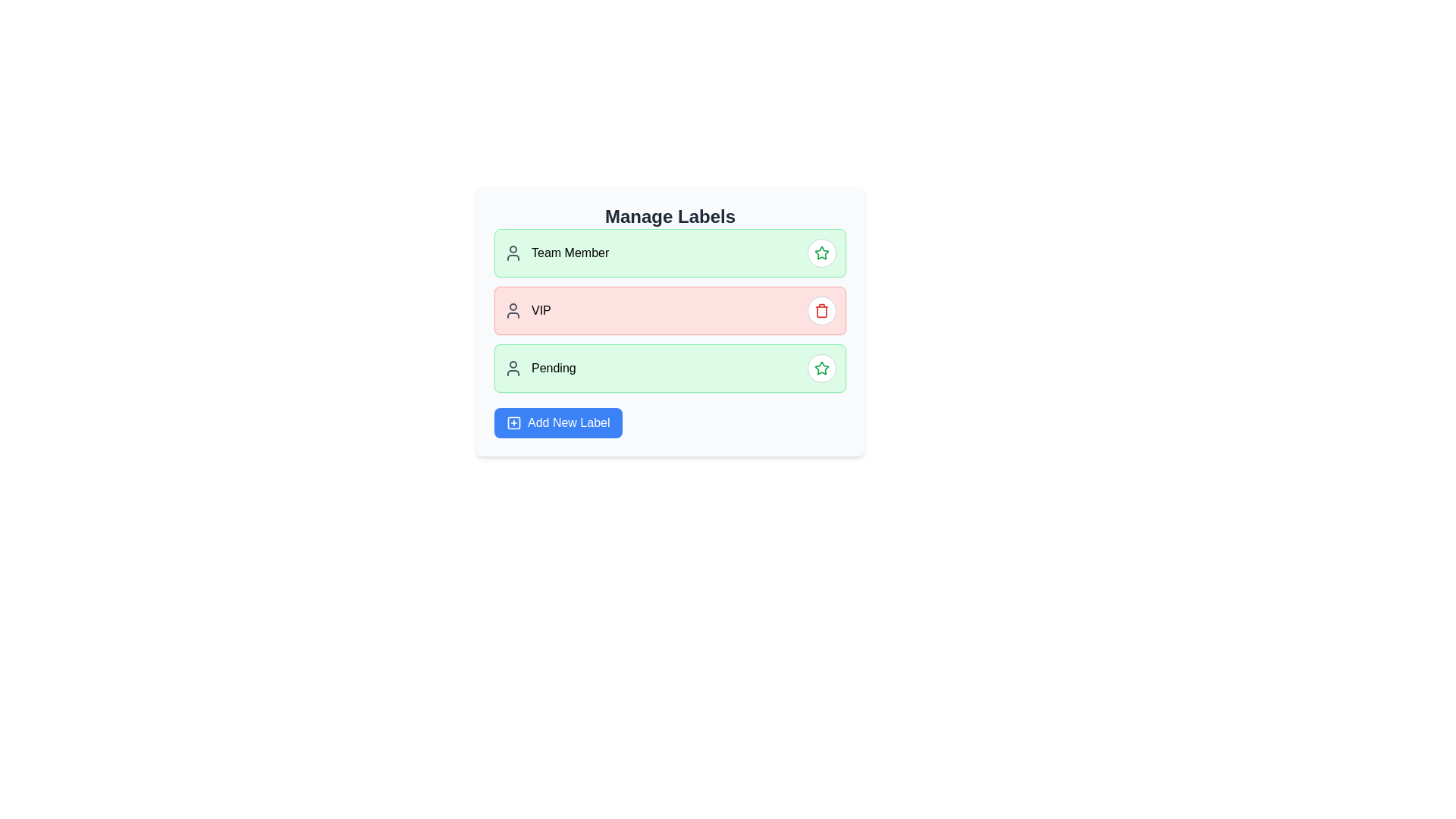 The width and height of the screenshot is (1456, 819). I want to click on the 'VIP' categorization label, so click(669, 309).